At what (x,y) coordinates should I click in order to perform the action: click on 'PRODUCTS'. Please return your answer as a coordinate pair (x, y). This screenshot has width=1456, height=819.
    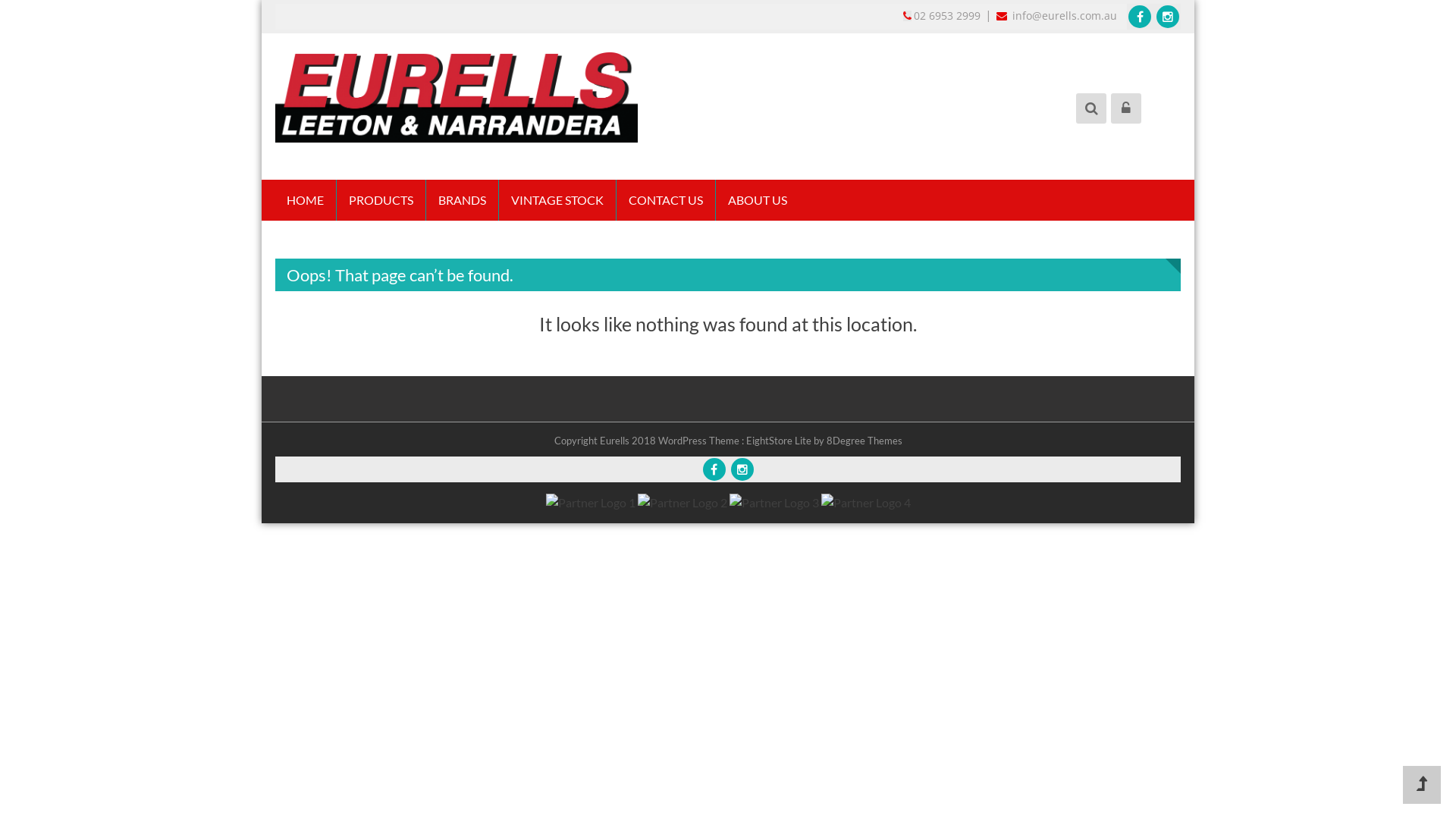
    Looking at the image, I should click on (381, 199).